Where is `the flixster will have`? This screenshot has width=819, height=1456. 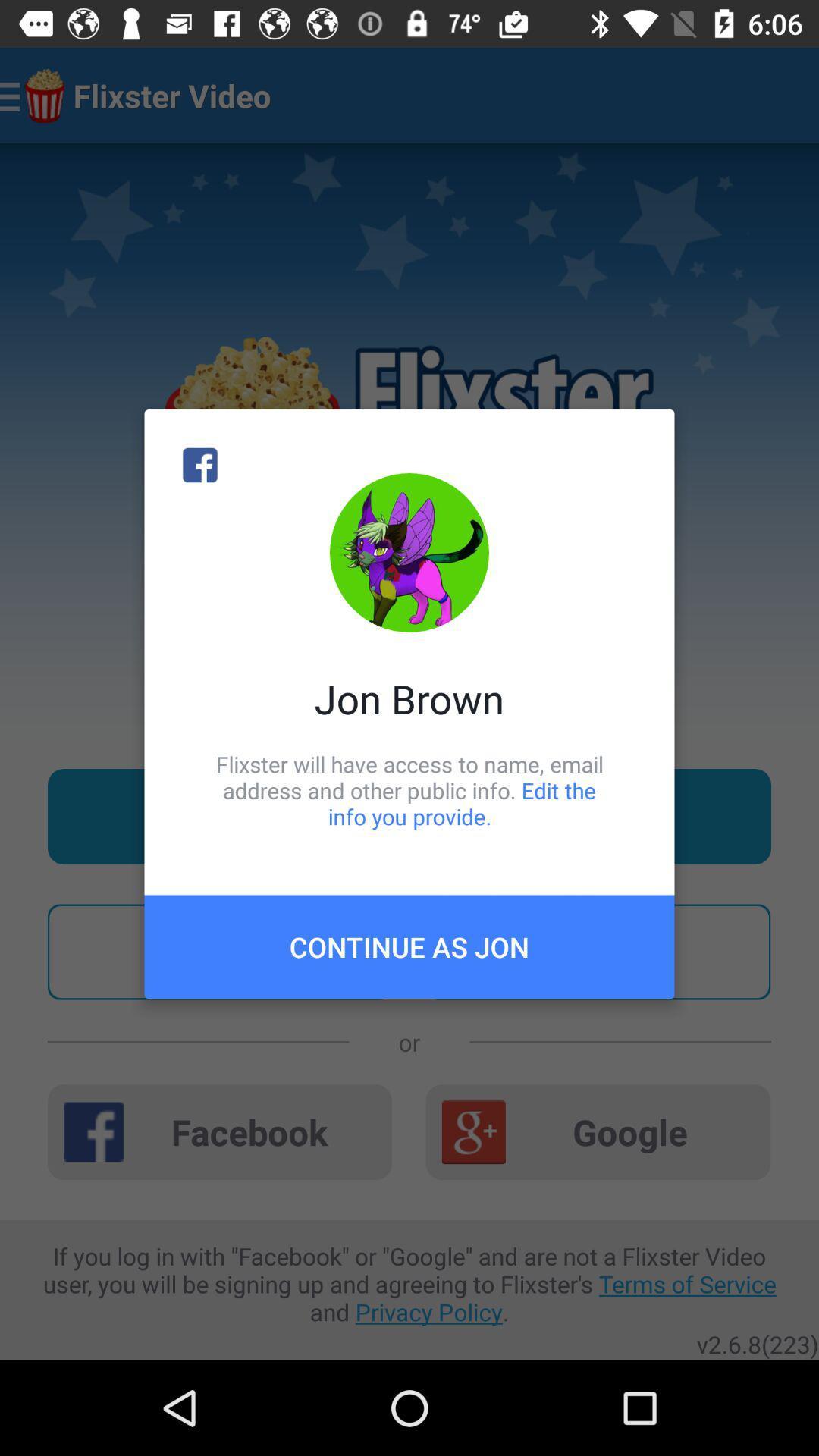
the flixster will have is located at coordinates (409, 789).